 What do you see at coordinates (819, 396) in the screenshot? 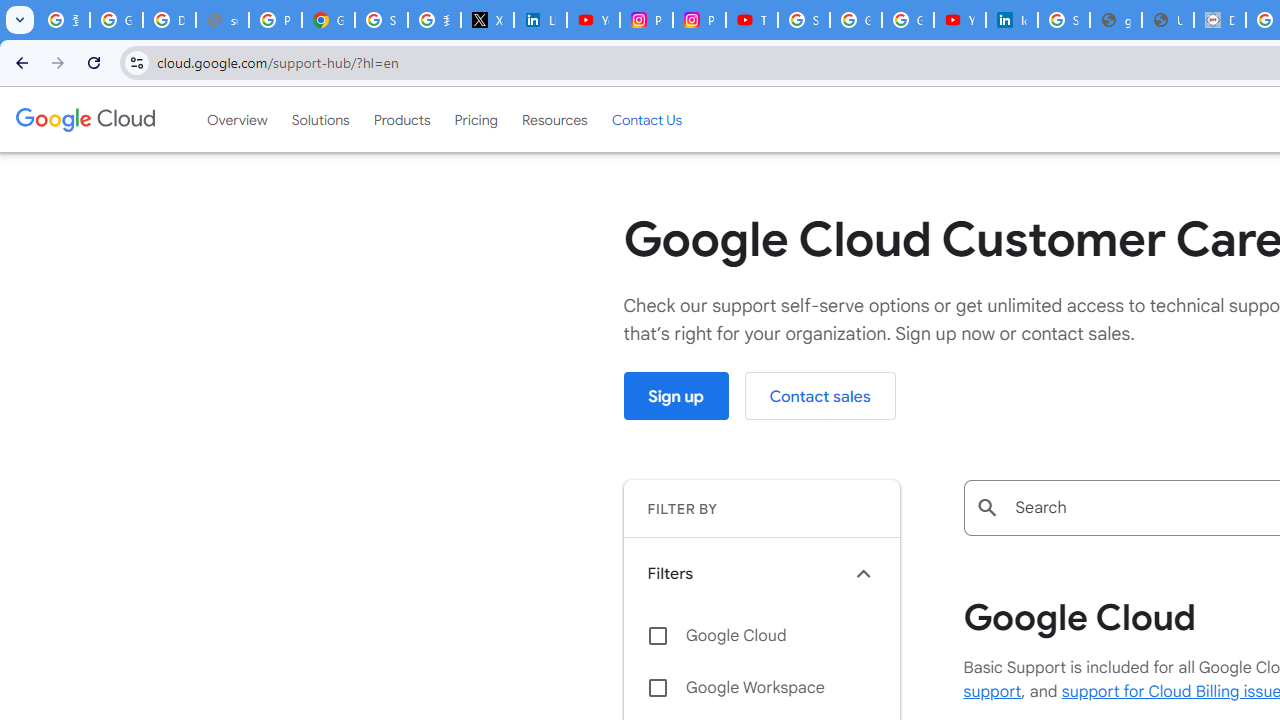
I see `'Contact sales'` at bounding box center [819, 396].